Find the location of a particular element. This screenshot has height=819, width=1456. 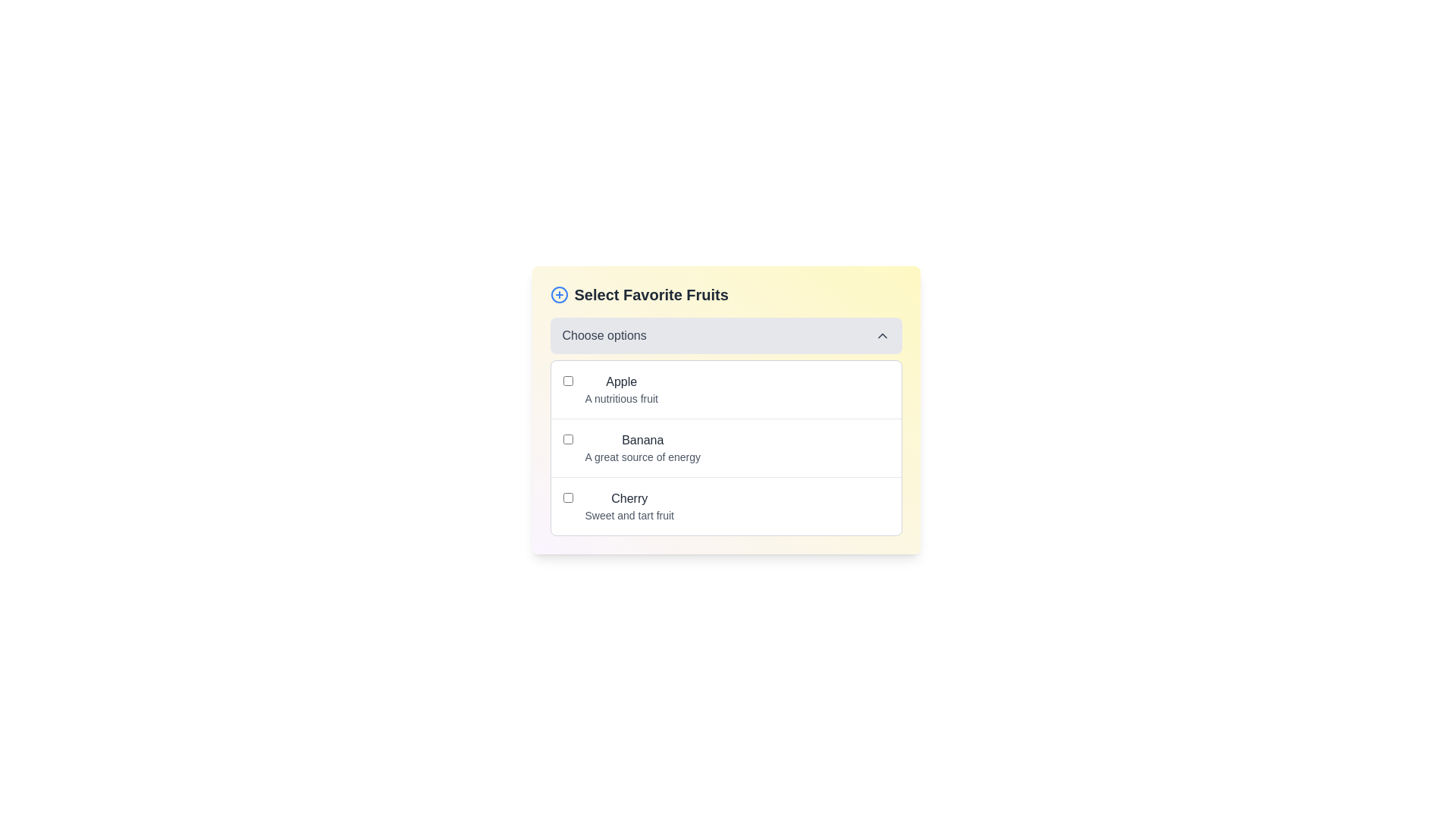

the textual element displaying 'A great source of energy', which is positioned below the 'Banana' option in the dropdown list is located at coordinates (642, 456).